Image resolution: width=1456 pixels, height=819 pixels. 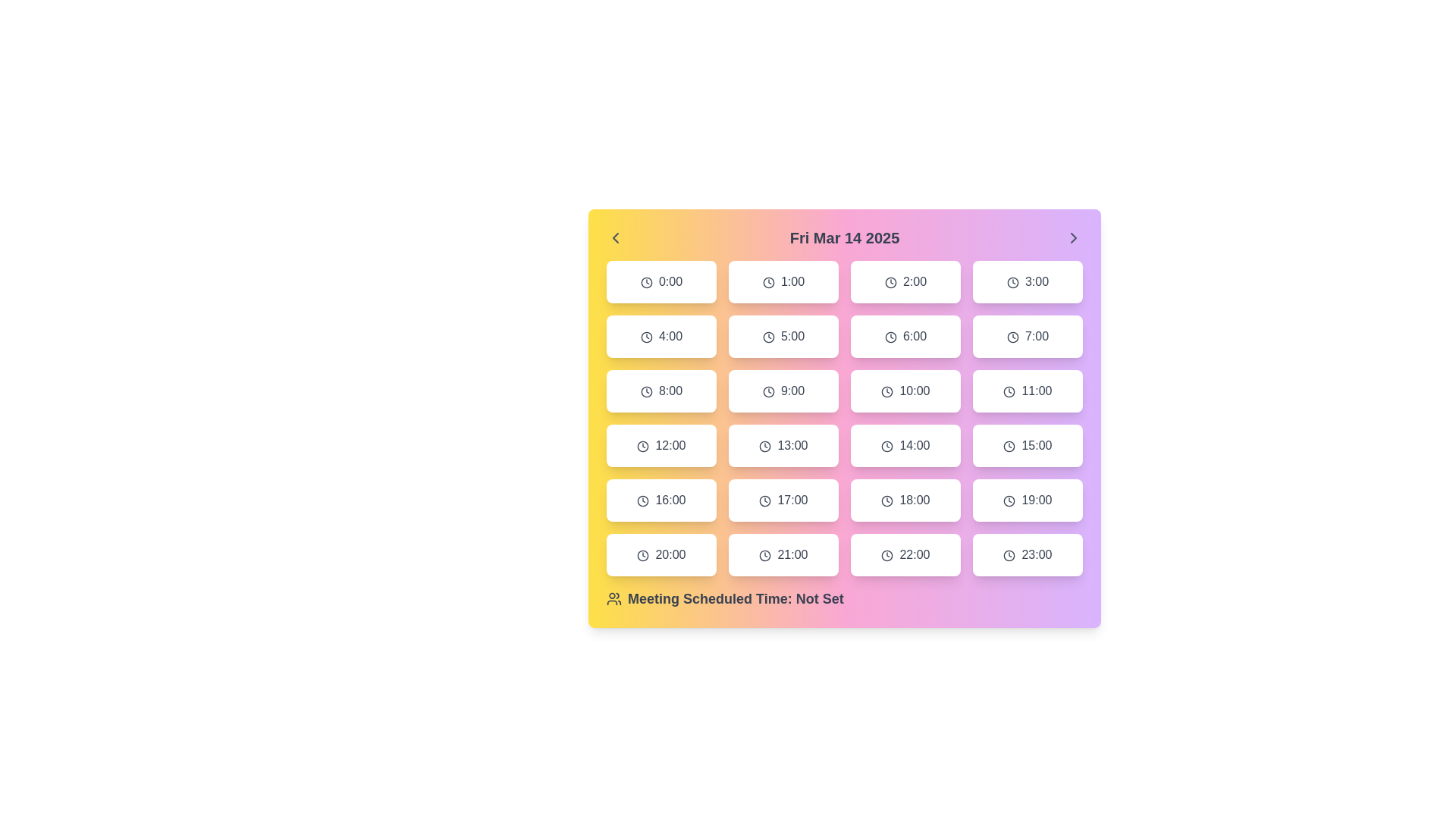 What do you see at coordinates (890, 336) in the screenshot?
I see `the clock icon embedded in the button labeled '6:00', which is located in the second row and third column of the grid layout` at bounding box center [890, 336].